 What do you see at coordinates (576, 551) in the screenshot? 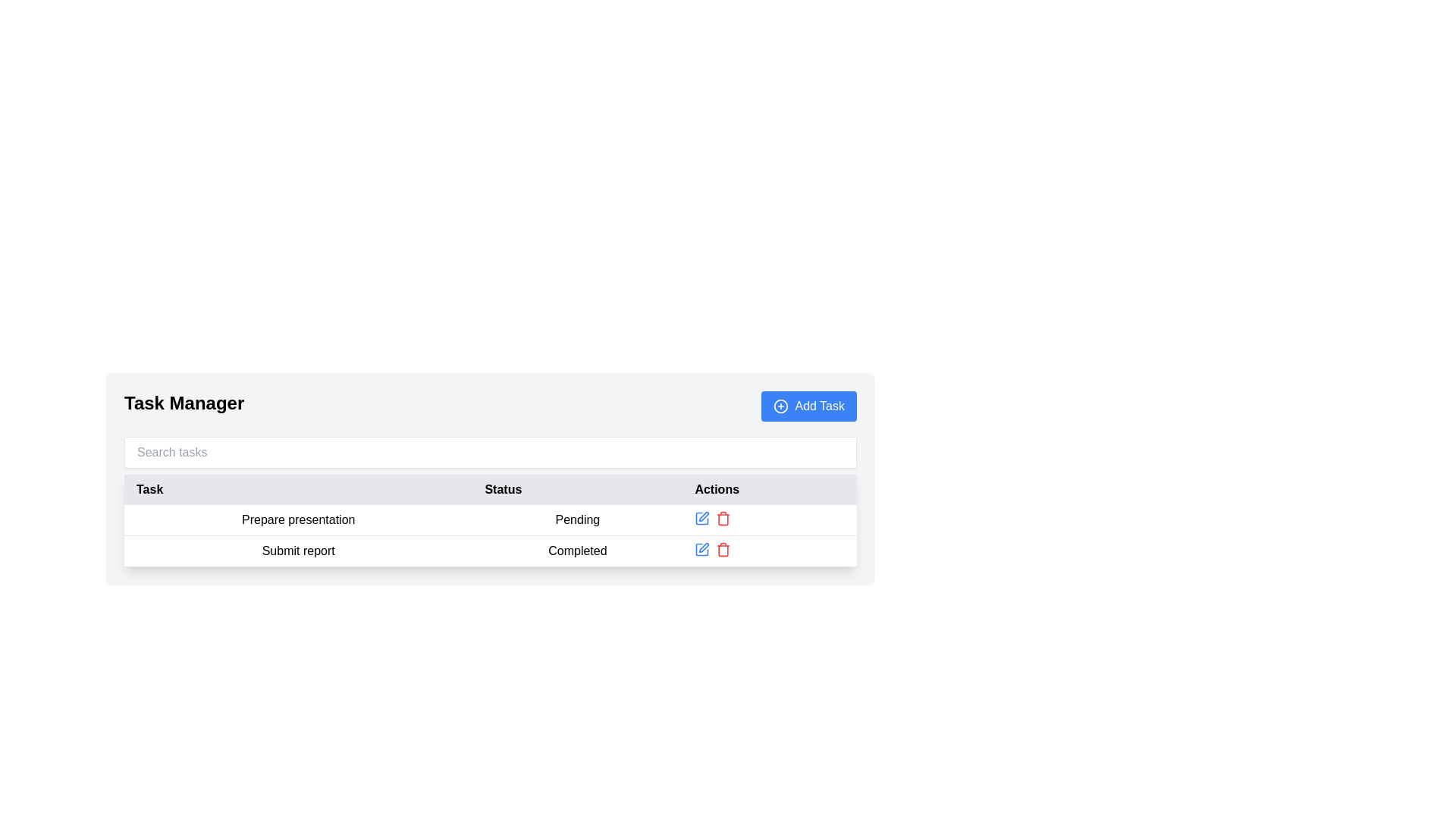
I see `the text label displaying 'Completed' in the second row of the 'Status' column for the task 'Submit report'` at bounding box center [576, 551].